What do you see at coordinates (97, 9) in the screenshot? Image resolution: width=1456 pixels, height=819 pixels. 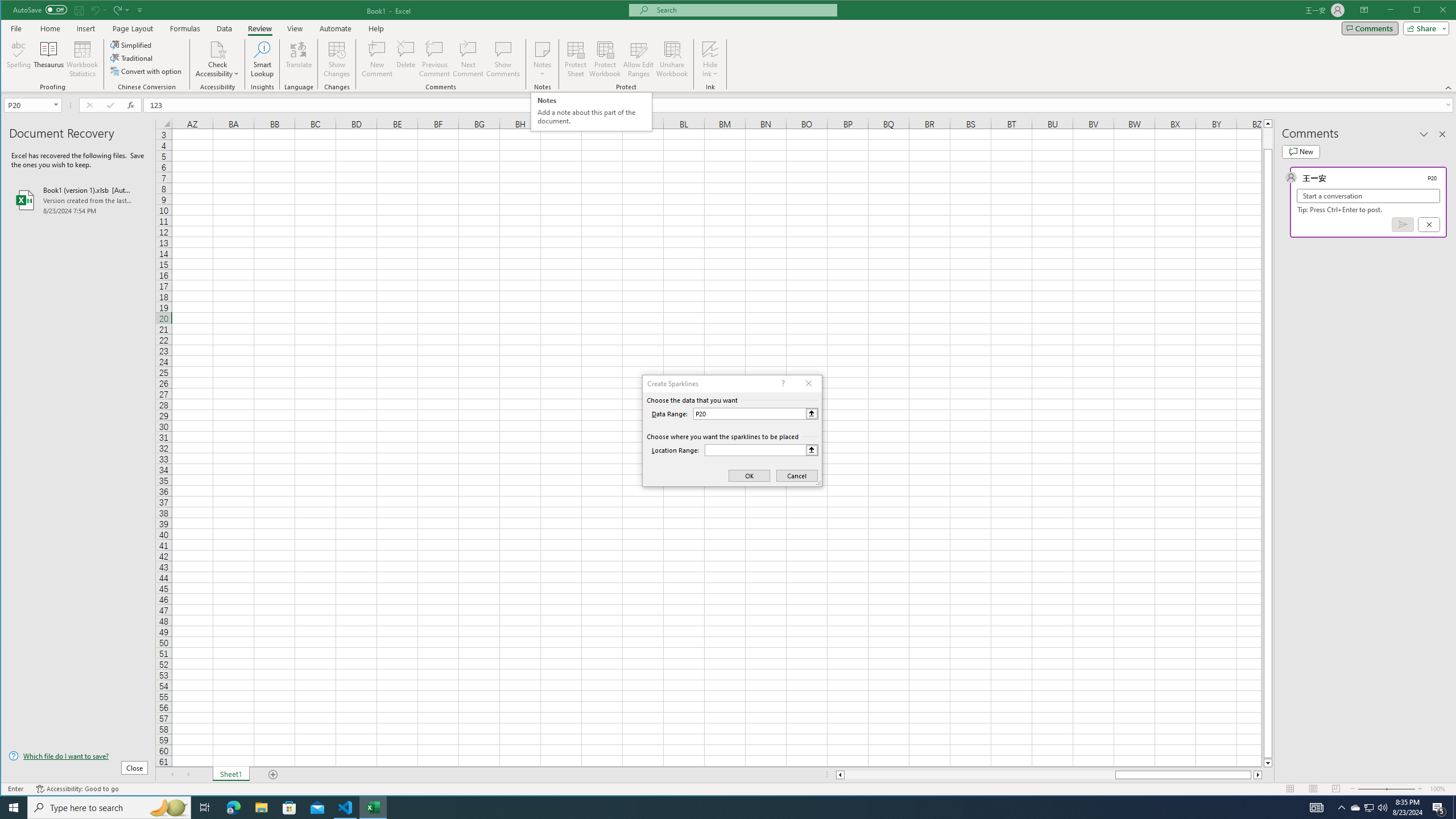 I see `'Undo'` at bounding box center [97, 9].